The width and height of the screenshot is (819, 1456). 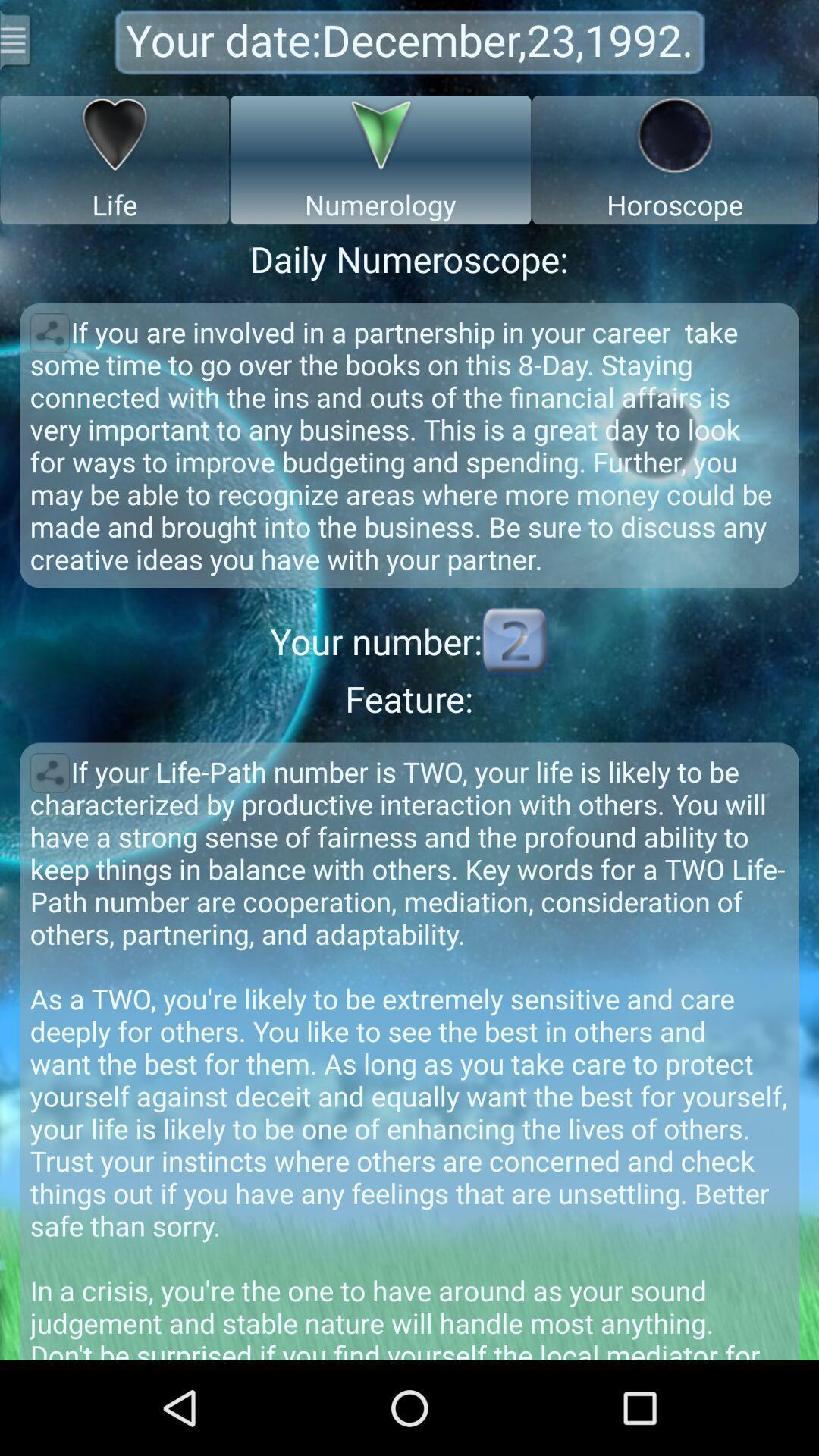 I want to click on share numeroscope, so click(x=49, y=332).